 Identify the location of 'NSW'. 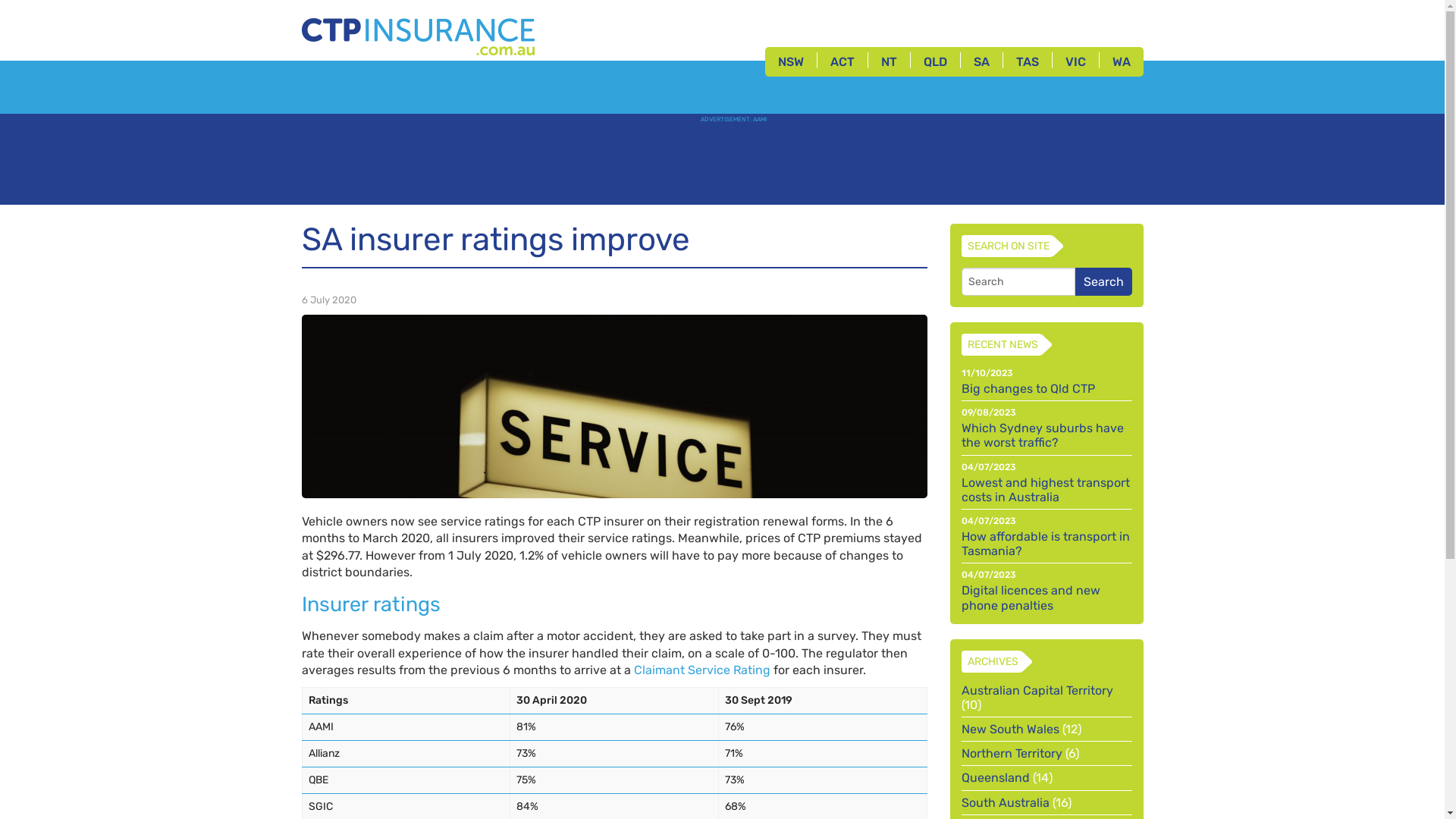
(789, 61).